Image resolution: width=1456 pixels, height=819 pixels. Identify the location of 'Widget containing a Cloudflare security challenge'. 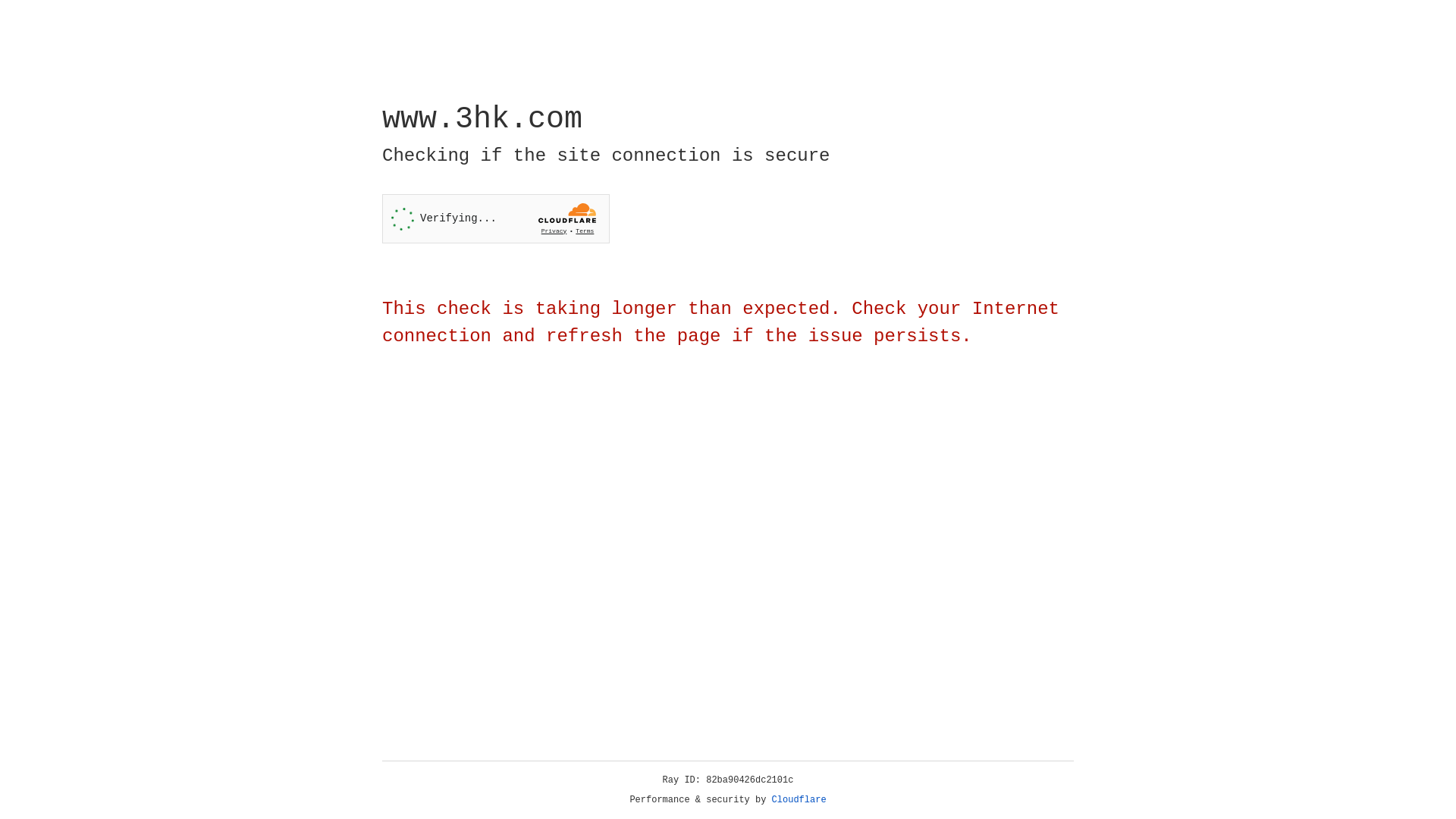
(495, 218).